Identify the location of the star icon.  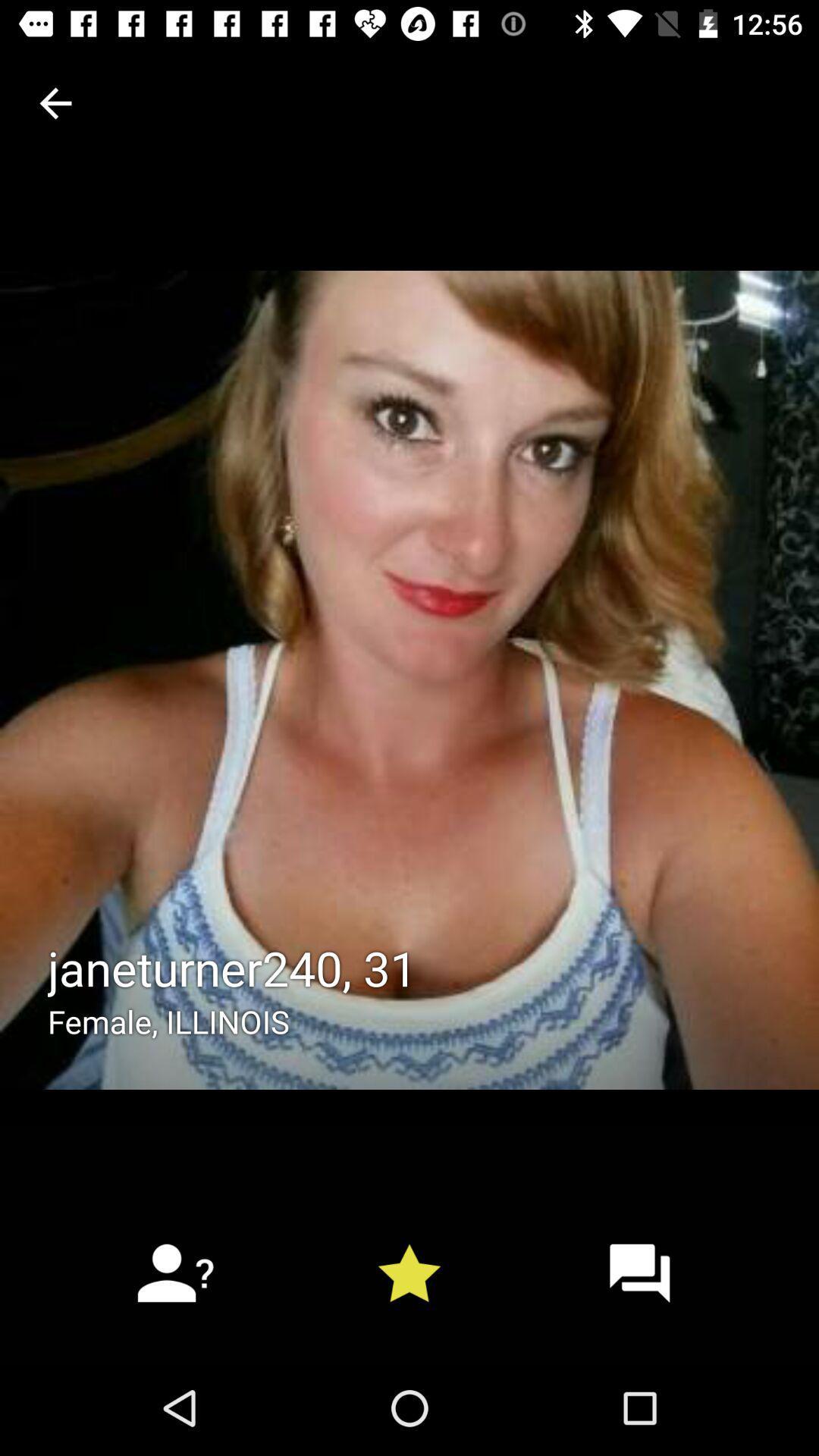
(408, 1272).